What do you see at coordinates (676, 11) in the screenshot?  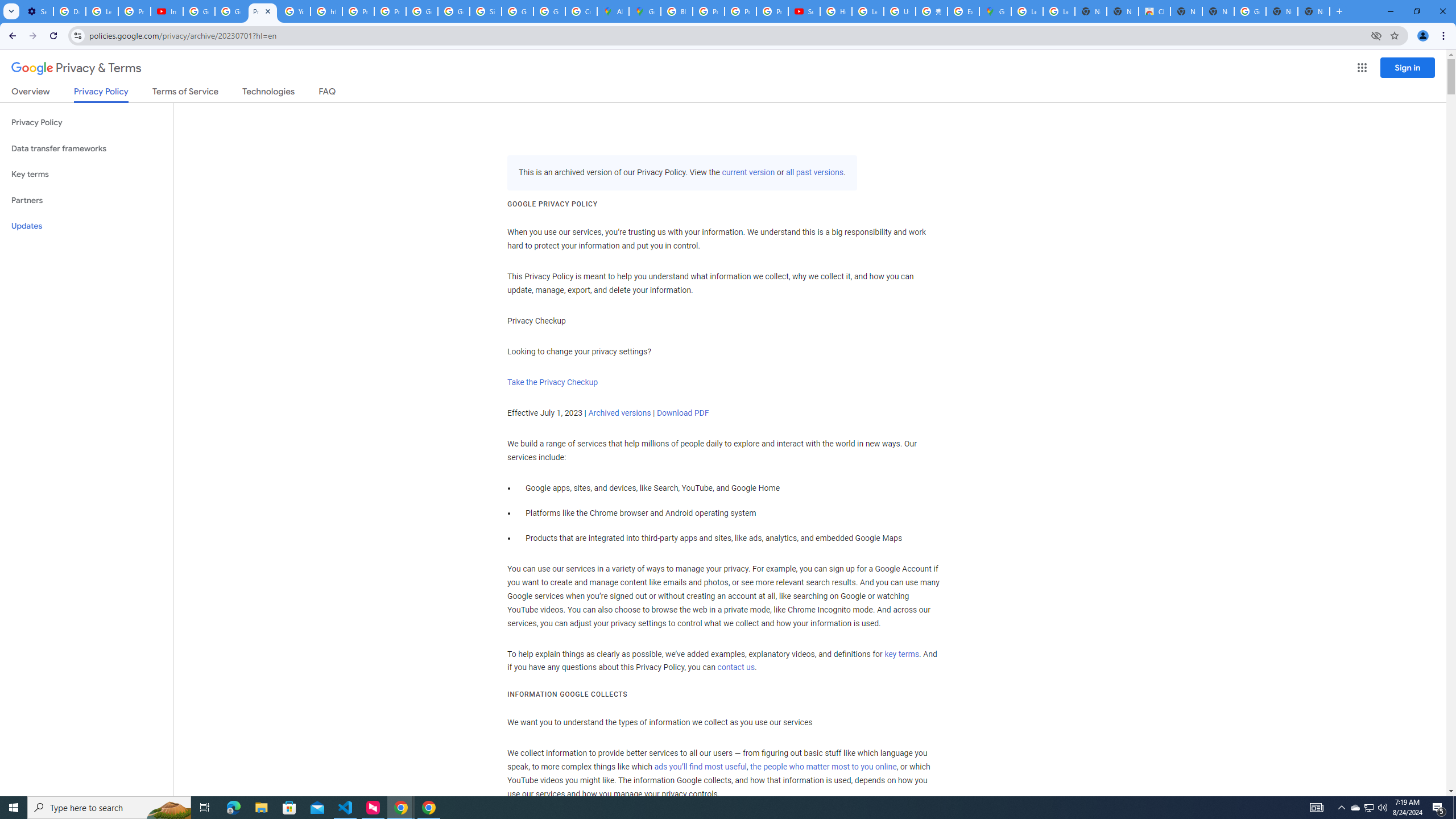 I see `'Blogger Policies and Guidelines - Transparency Center'` at bounding box center [676, 11].